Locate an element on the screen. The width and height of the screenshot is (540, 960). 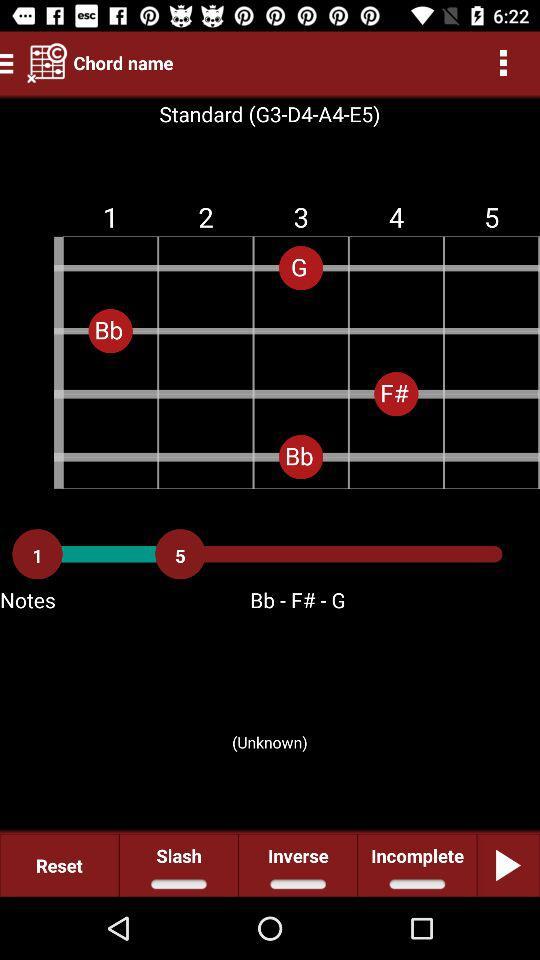
icon next to the inverse icon is located at coordinates (178, 864).